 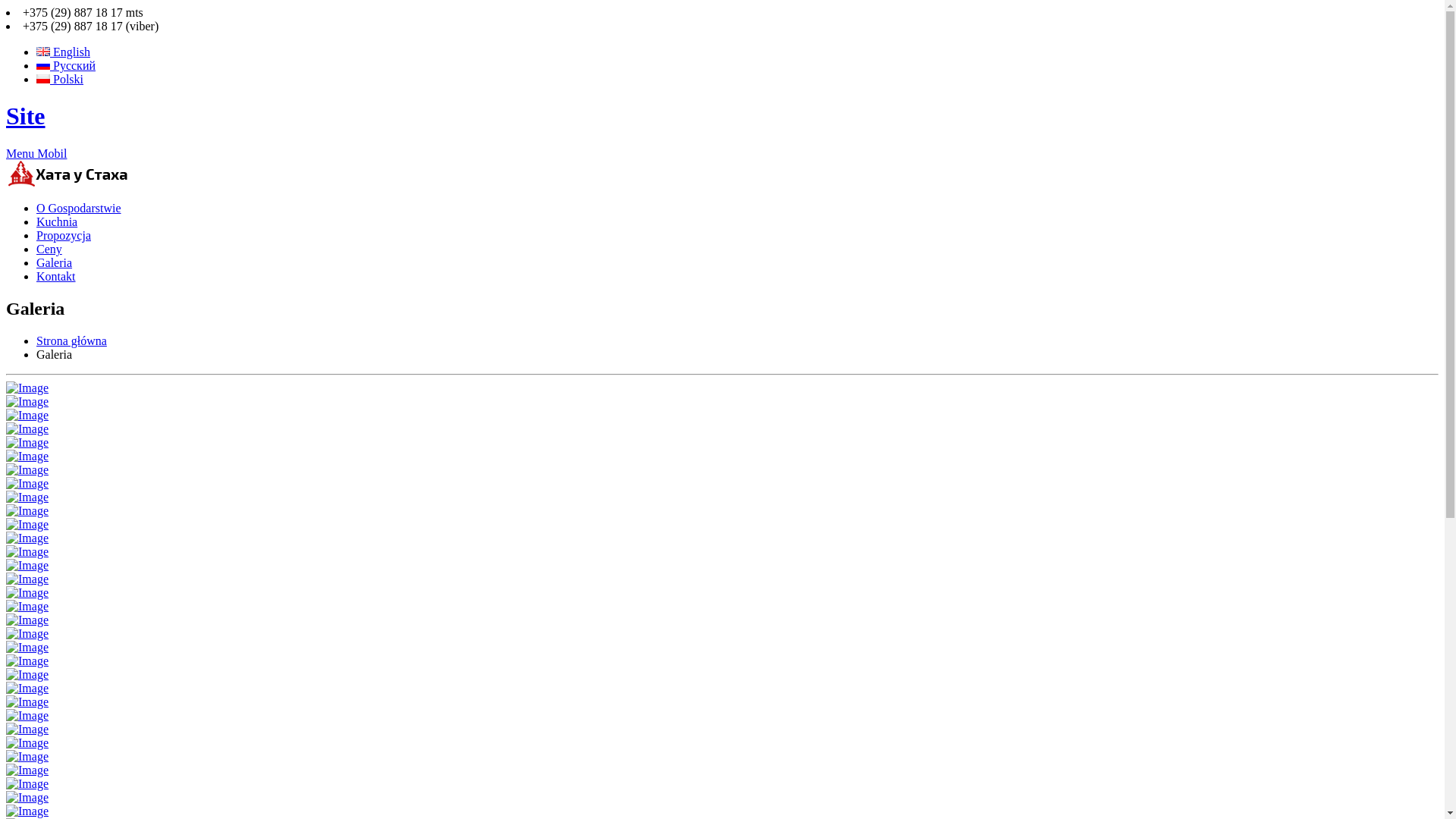 I want to click on 'Kuchnia', so click(x=36, y=221).